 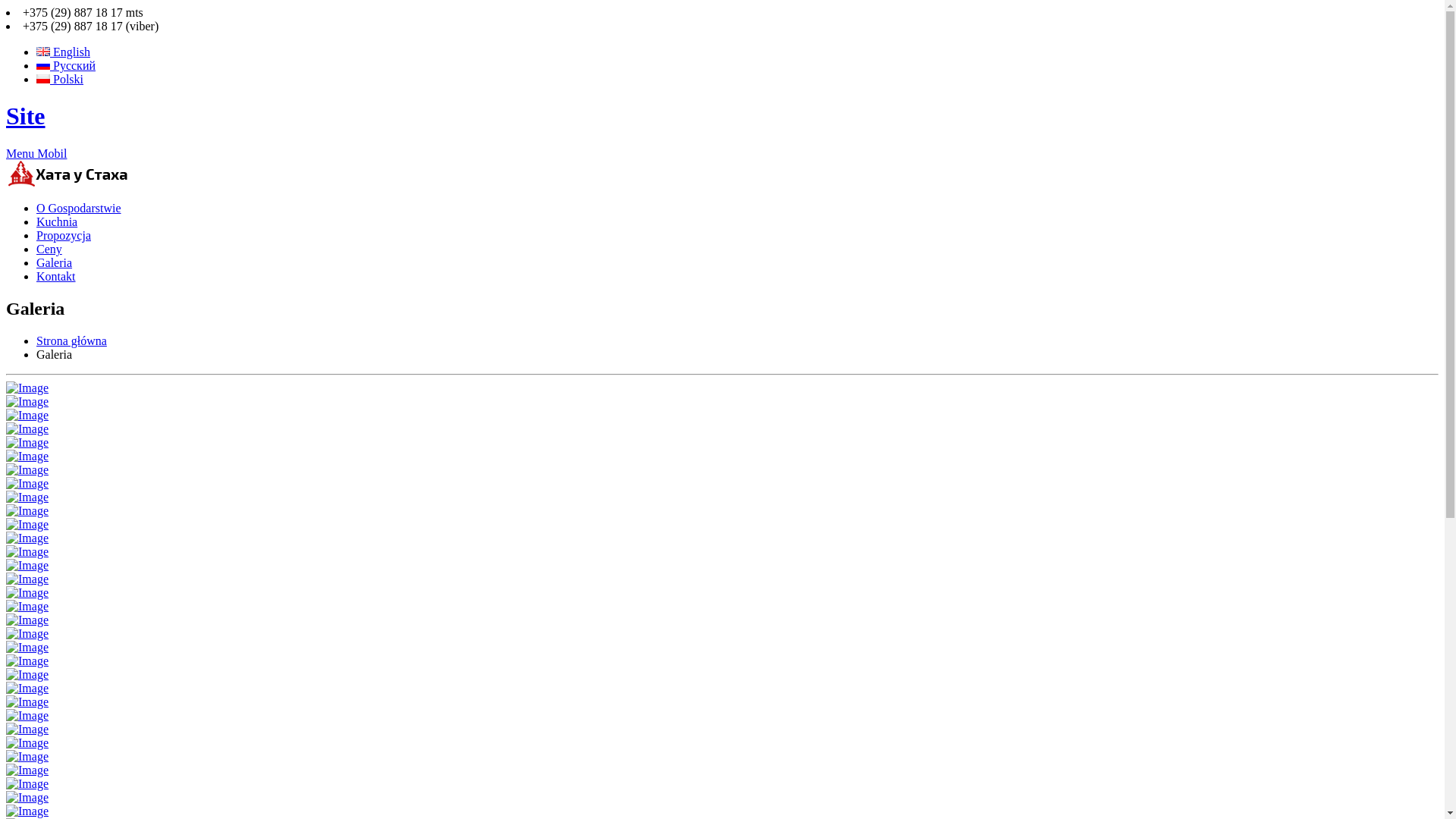 I want to click on 'Kuchnia', so click(x=36, y=221).